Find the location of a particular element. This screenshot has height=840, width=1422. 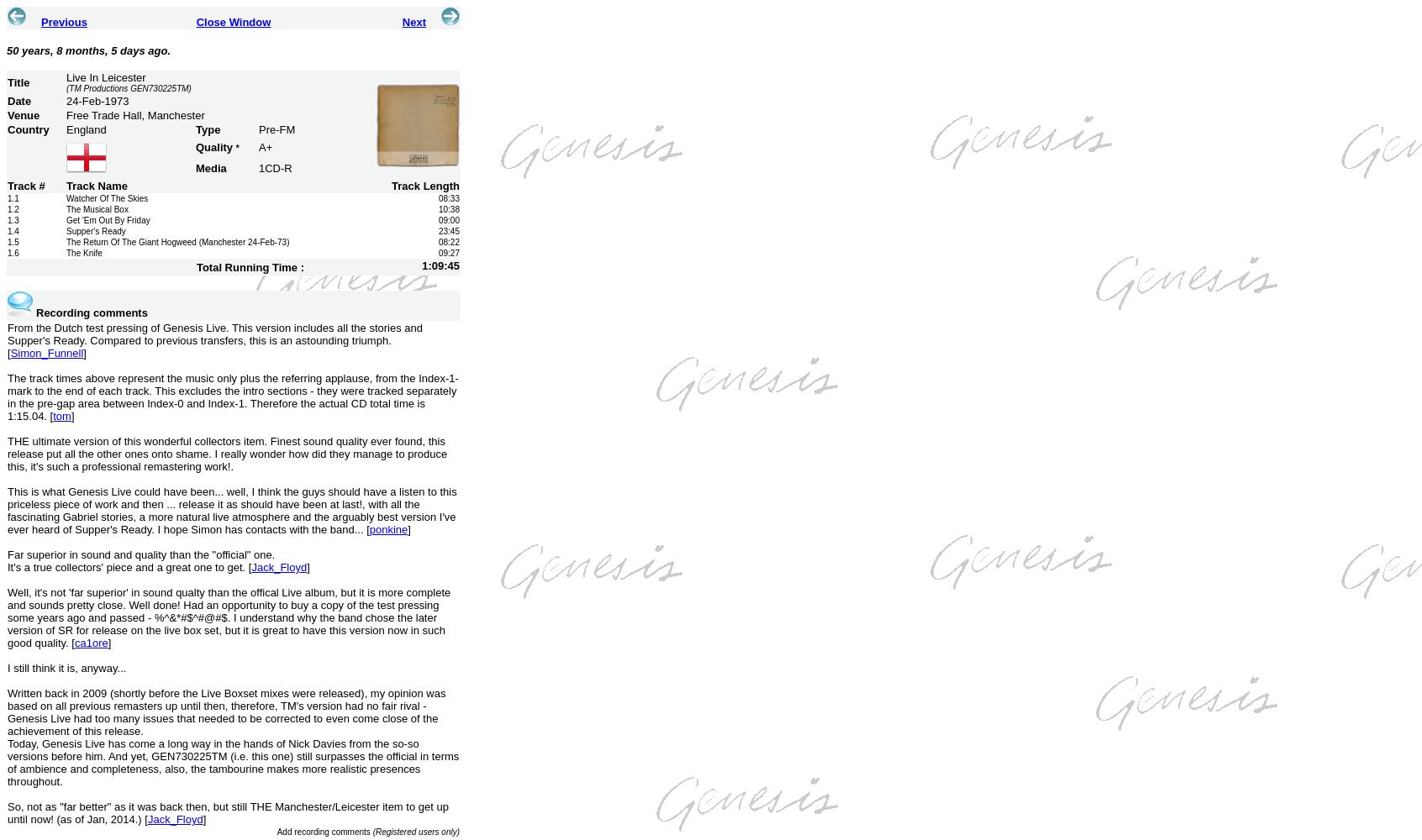

'Supper's Ready' is located at coordinates (96, 231).